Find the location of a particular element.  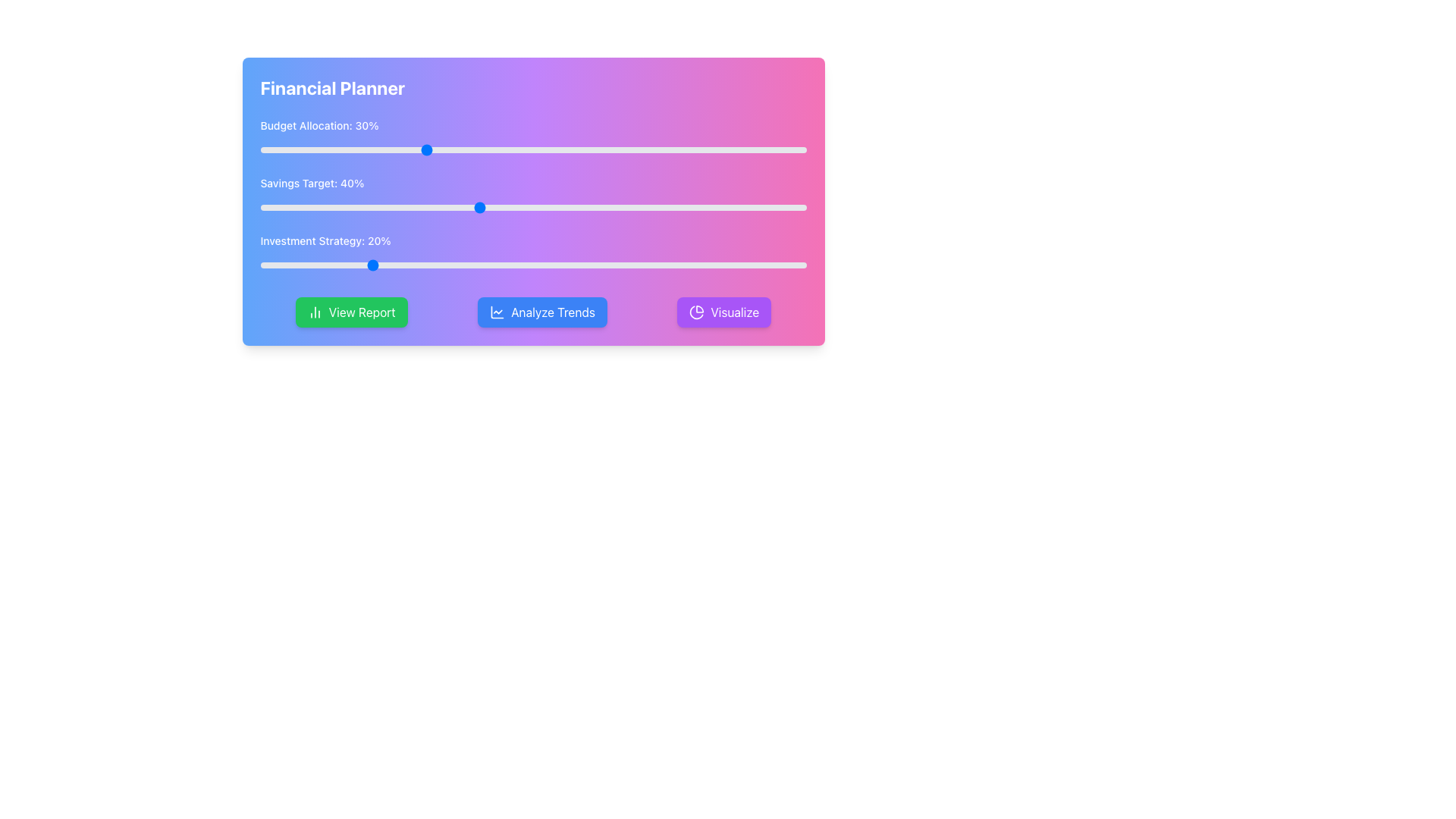

the savings target percentage is located at coordinates (549, 207).